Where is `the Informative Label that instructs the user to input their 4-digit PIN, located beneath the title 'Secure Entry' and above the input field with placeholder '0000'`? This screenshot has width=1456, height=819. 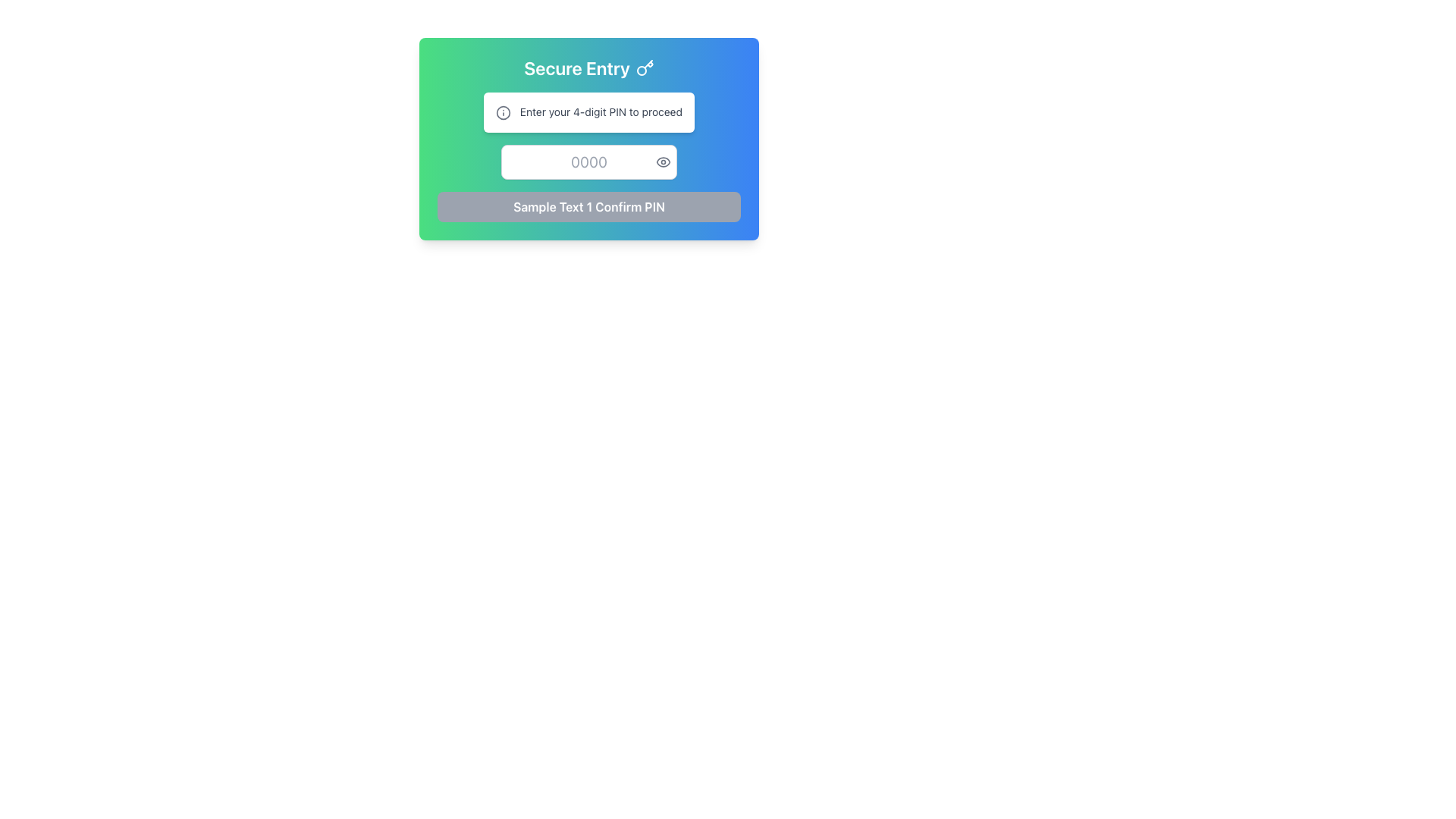
the Informative Label that instructs the user to input their 4-digit PIN, located beneath the title 'Secure Entry' and above the input field with placeholder '0000' is located at coordinates (588, 111).